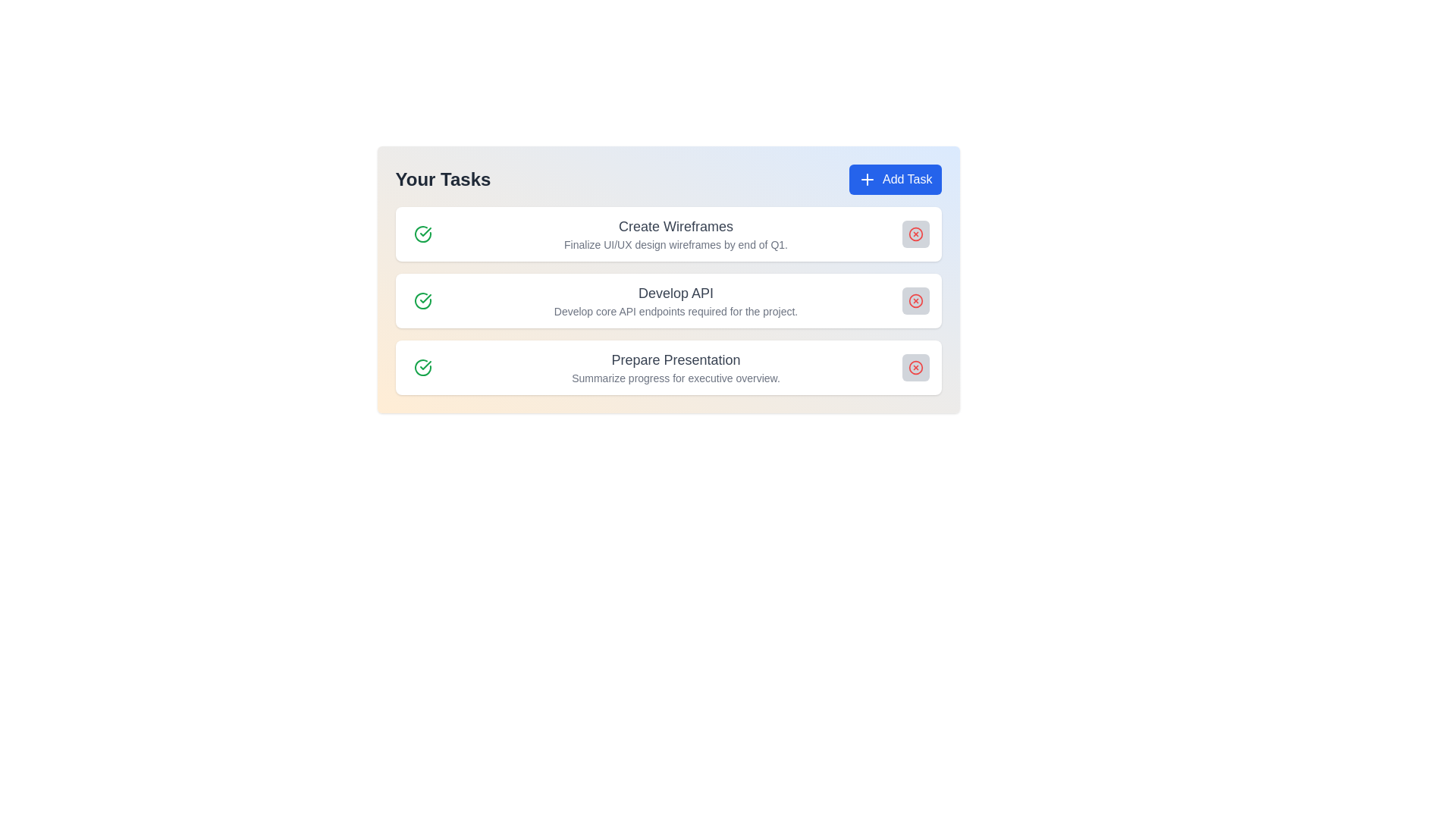  I want to click on the circular icon with a green outline featuring a checkmark, which symbolizes task completion, located at the top-left corner of the 'Develop API' task card, so click(422, 301).